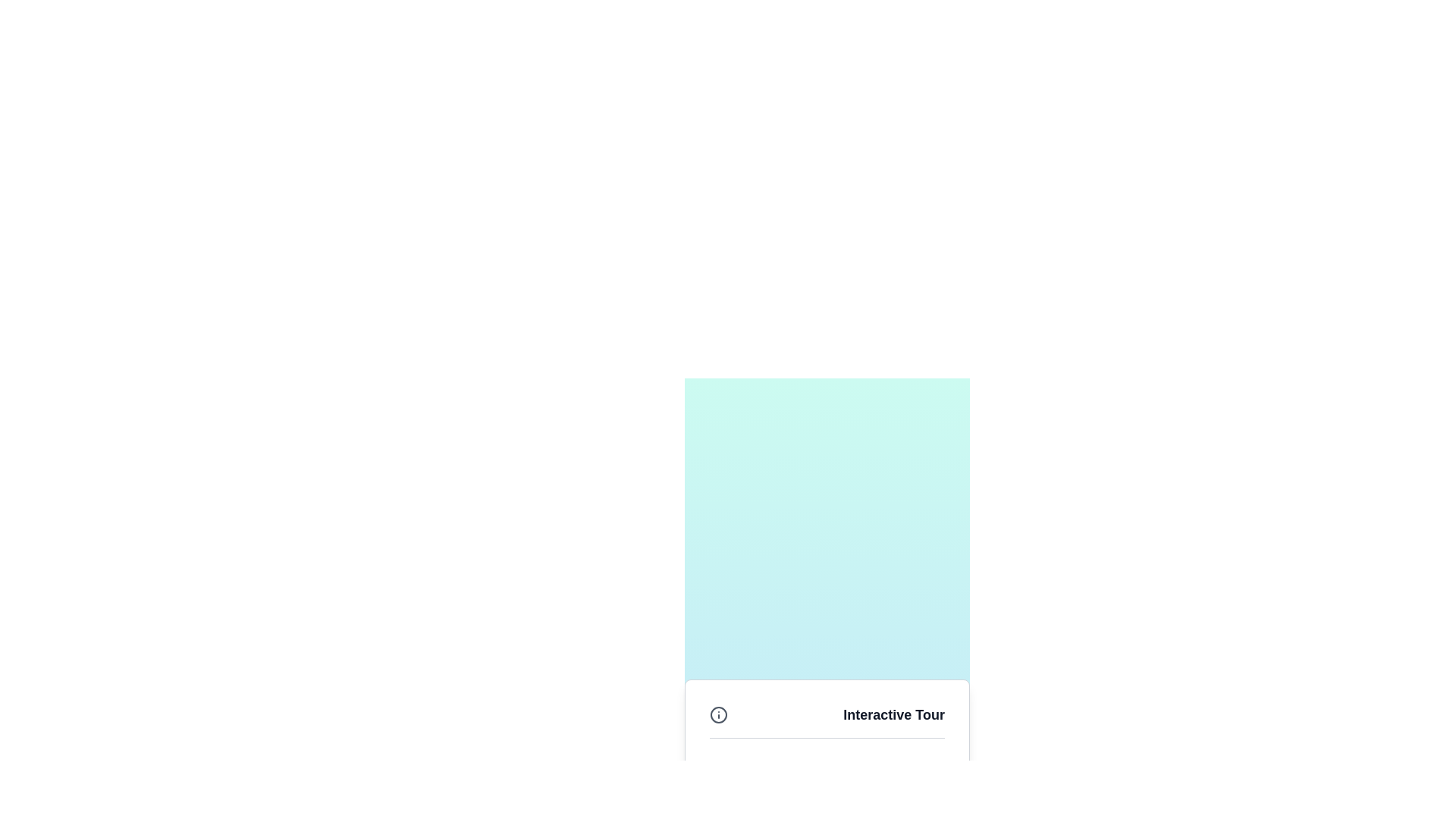 Image resolution: width=1456 pixels, height=819 pixels. What do you see at coordinates (718, 714) in the screenshot?
I see `the small circular icon with a gray outline and inner markings that represents an information symbol, located to the left of the 'Interactive Tour' label` at bounding box center [718, 714].